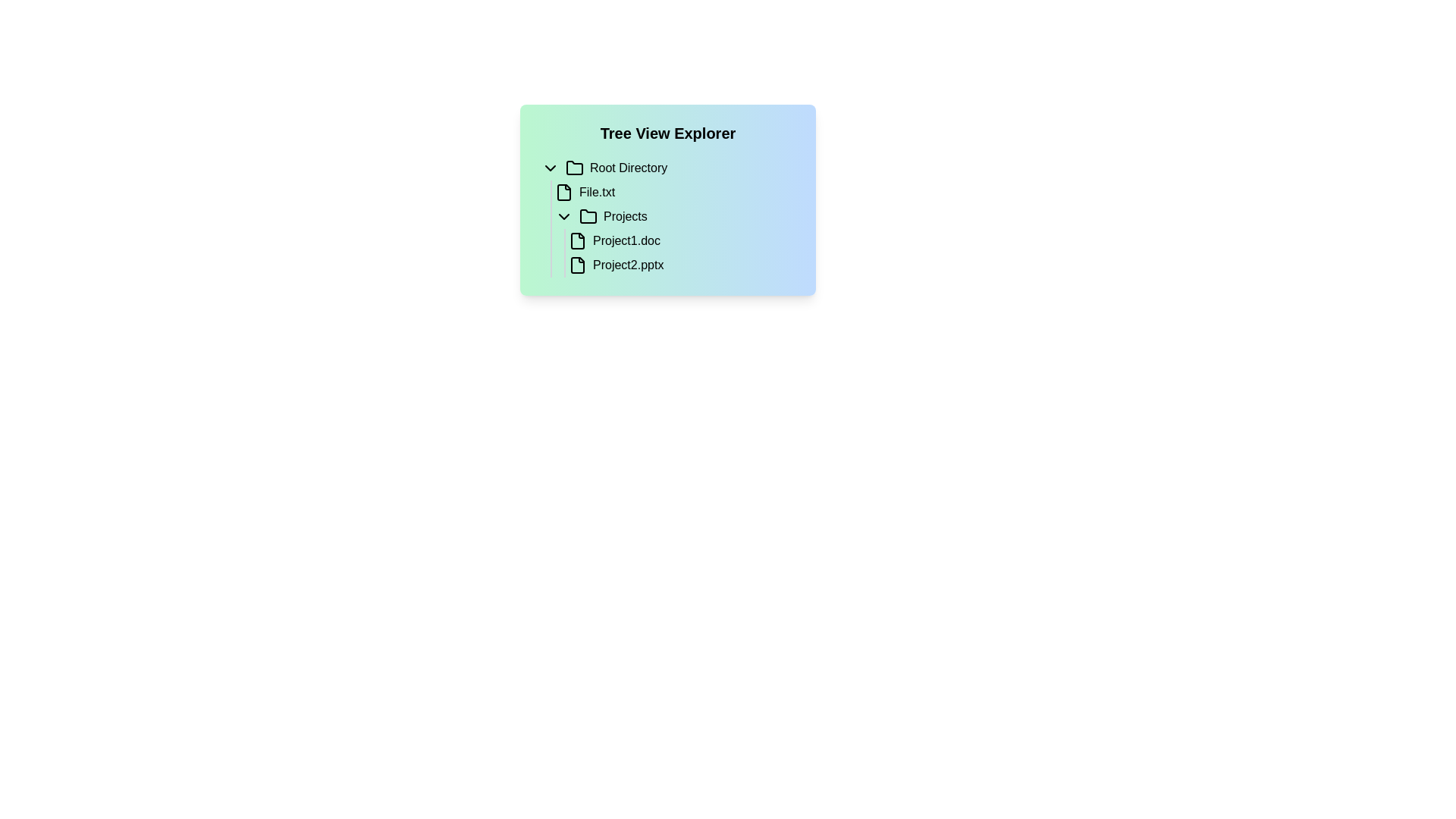 The height and width of the screenshot is (819, 1456). Describe the element at coordinates (625, 216) in the screenshot. I see `the 'Projects' text label, which is styled in a sans-serif font and positioned to the right of a folder icon within a vertical tree-like viewer display` at that location.